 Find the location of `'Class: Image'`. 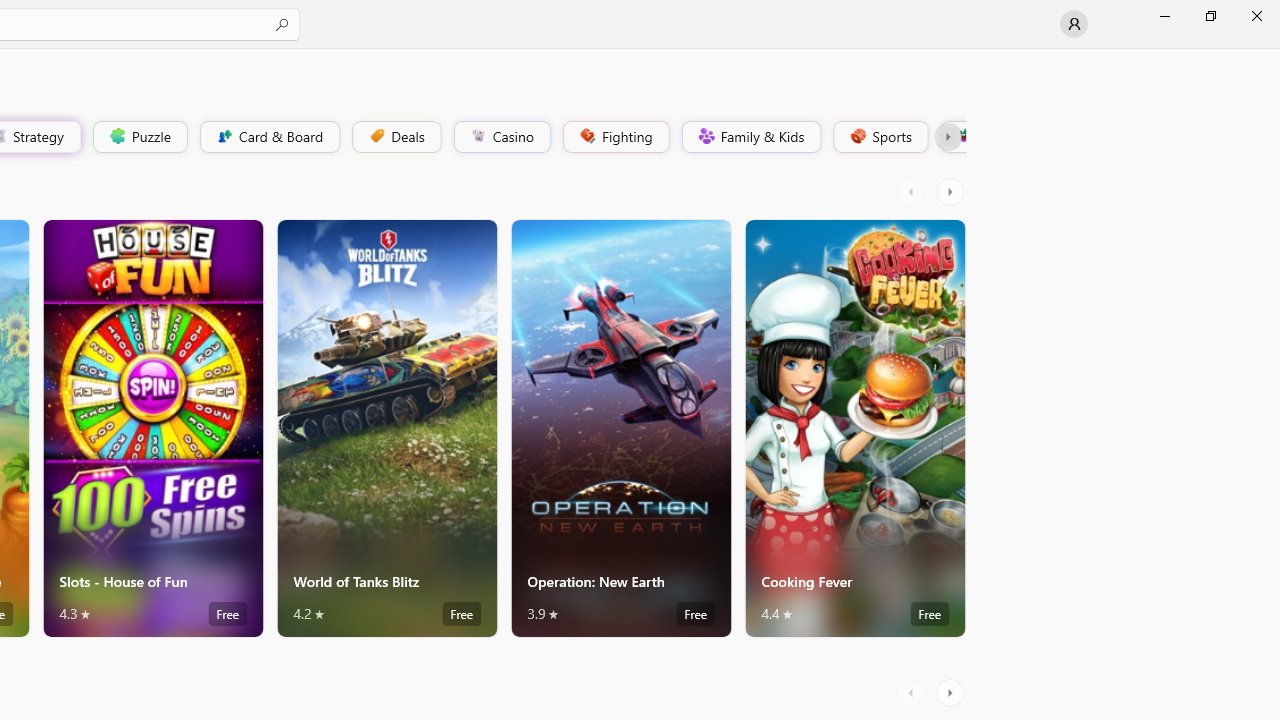

'Class: Image' is located at coordinates (961, 135).